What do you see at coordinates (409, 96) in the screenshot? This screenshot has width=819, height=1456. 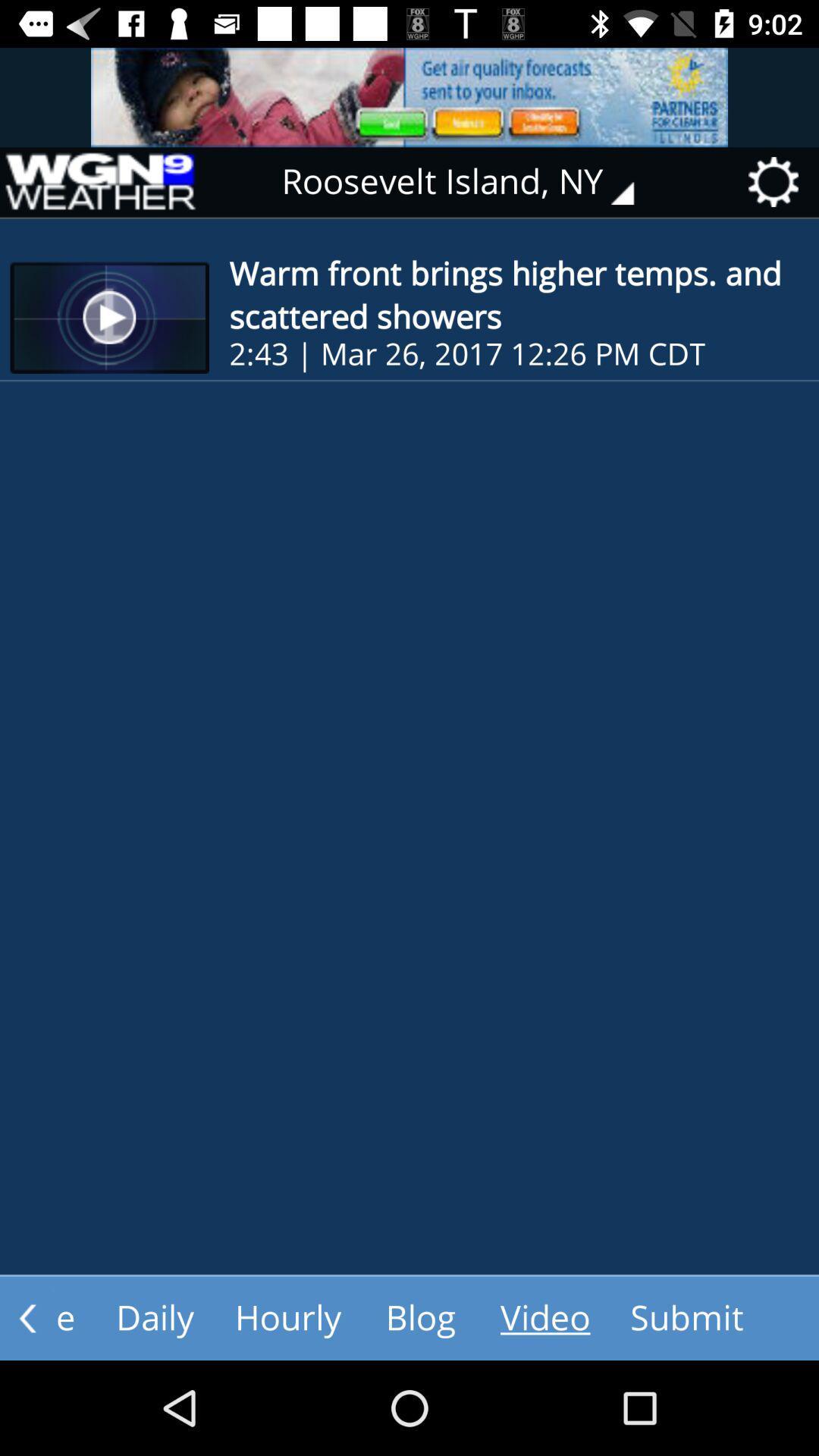 I see `advertisement website` at bounding box center [409, 96].